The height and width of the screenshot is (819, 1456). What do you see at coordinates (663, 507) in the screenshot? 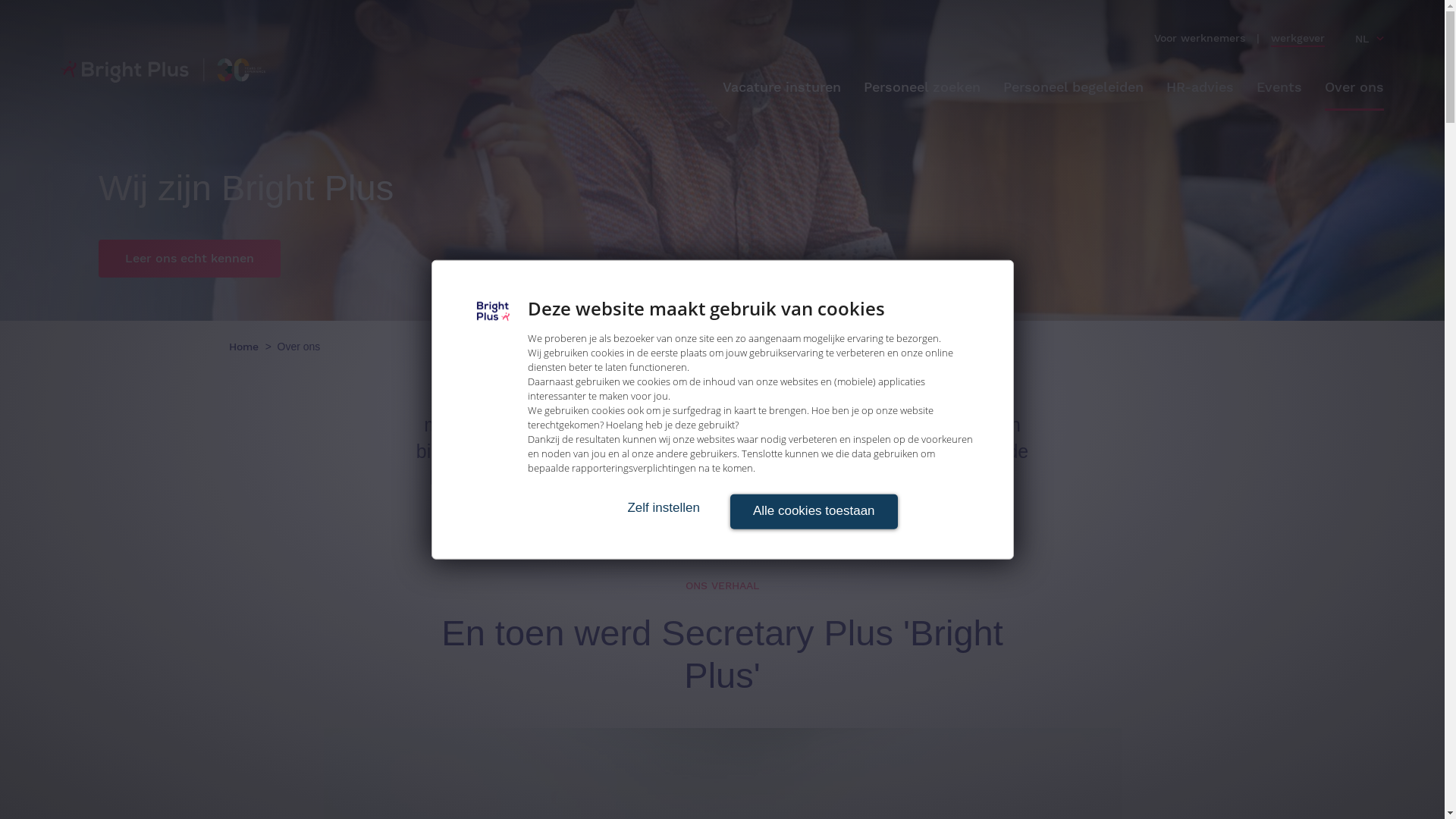
I see `'Zelf instellen'` at bounding box center [663, 507].